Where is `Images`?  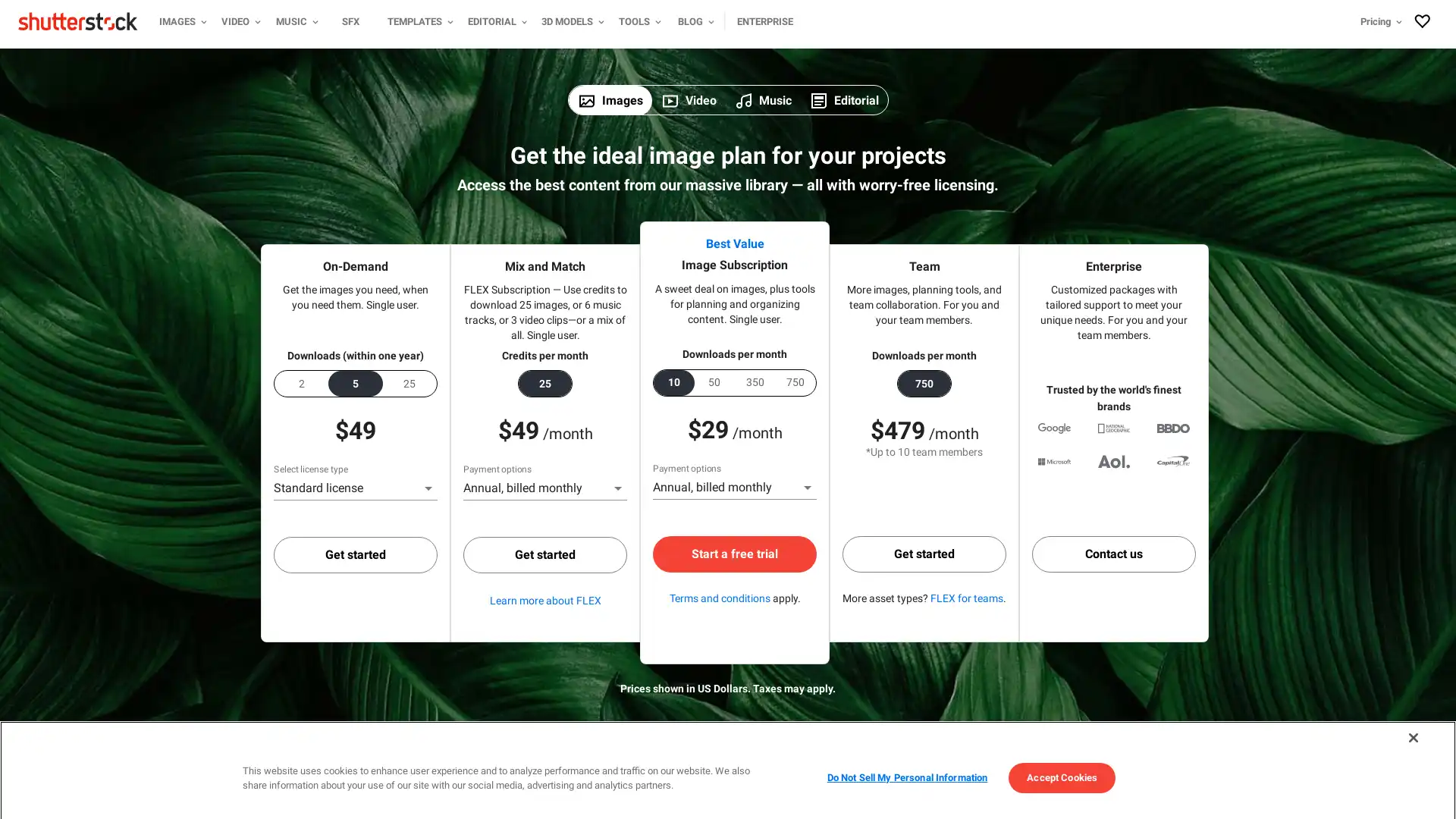 Images is located at coordinates (180, 20).